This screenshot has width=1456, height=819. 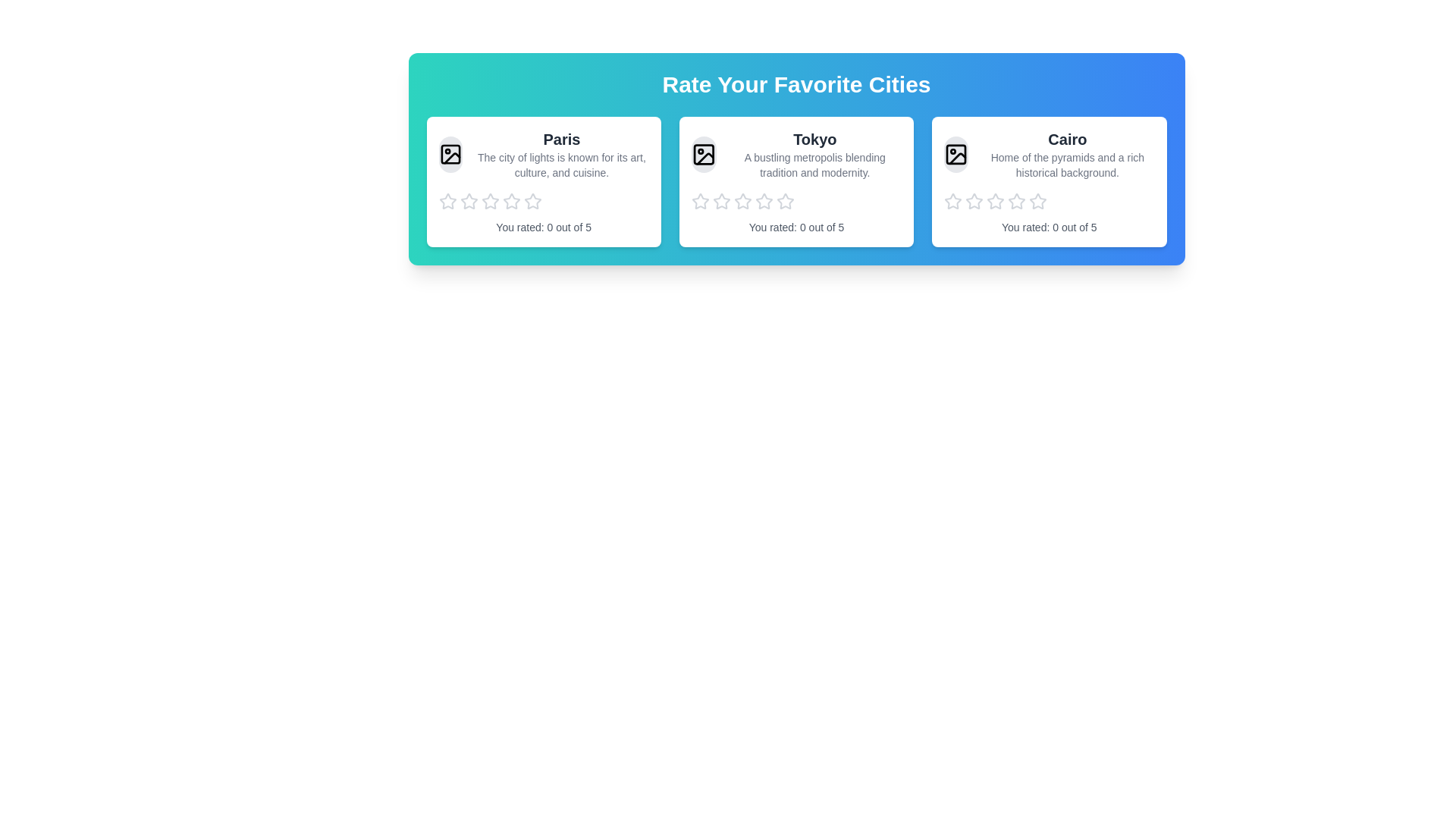 What do you see at coordinates (955, 155) in the screenshot?
I see `the illustrative icon or placeholder image located at the top-left of the Cairo card, which is positioned directly to the left of the text 'Cairo'` at bounding box center [955, 155].